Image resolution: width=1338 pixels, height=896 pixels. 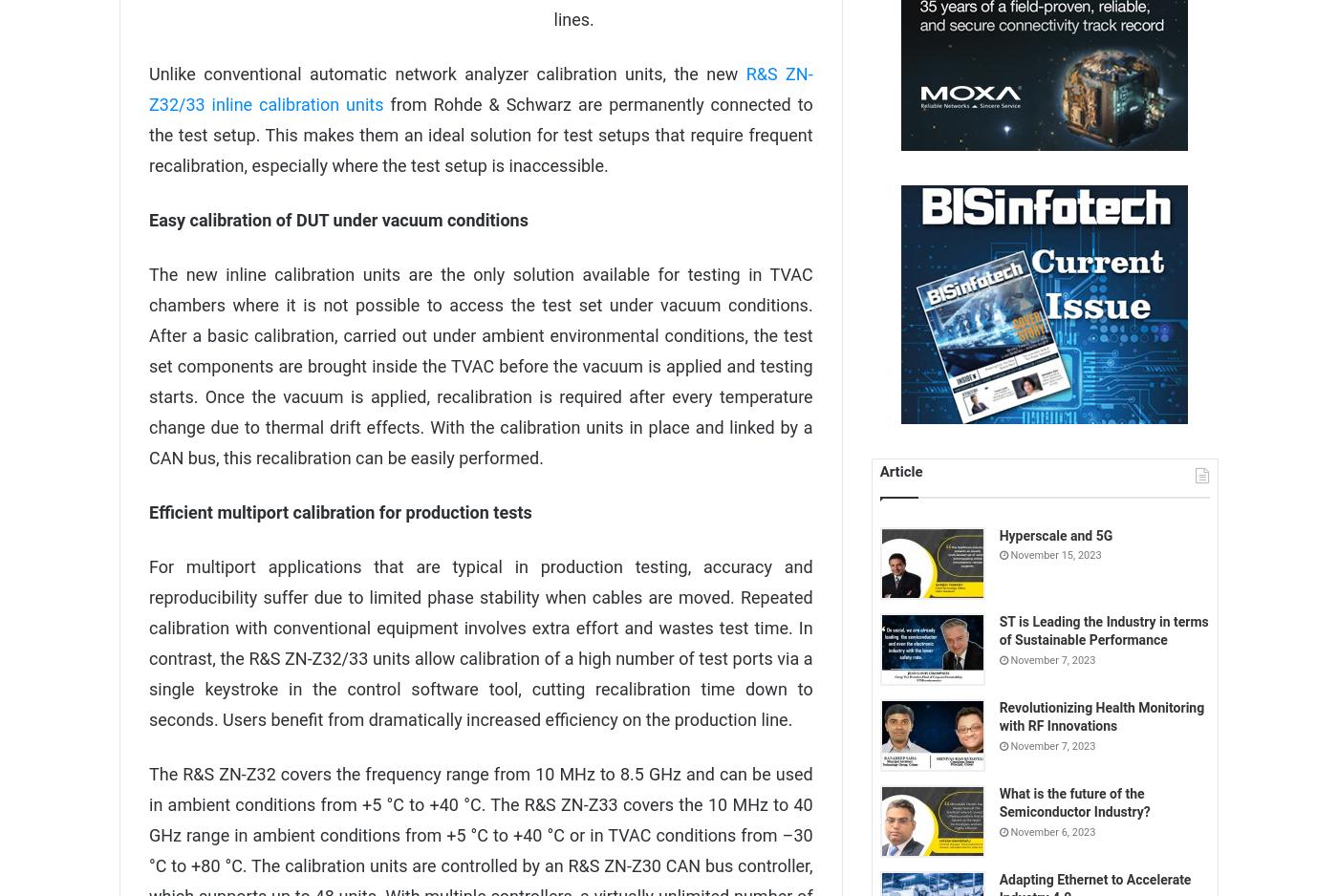 What do you see at coordinates (1055, 554) in the screenshot?
I see `'November 15, 2023'` at bounding box center [1055, 554].